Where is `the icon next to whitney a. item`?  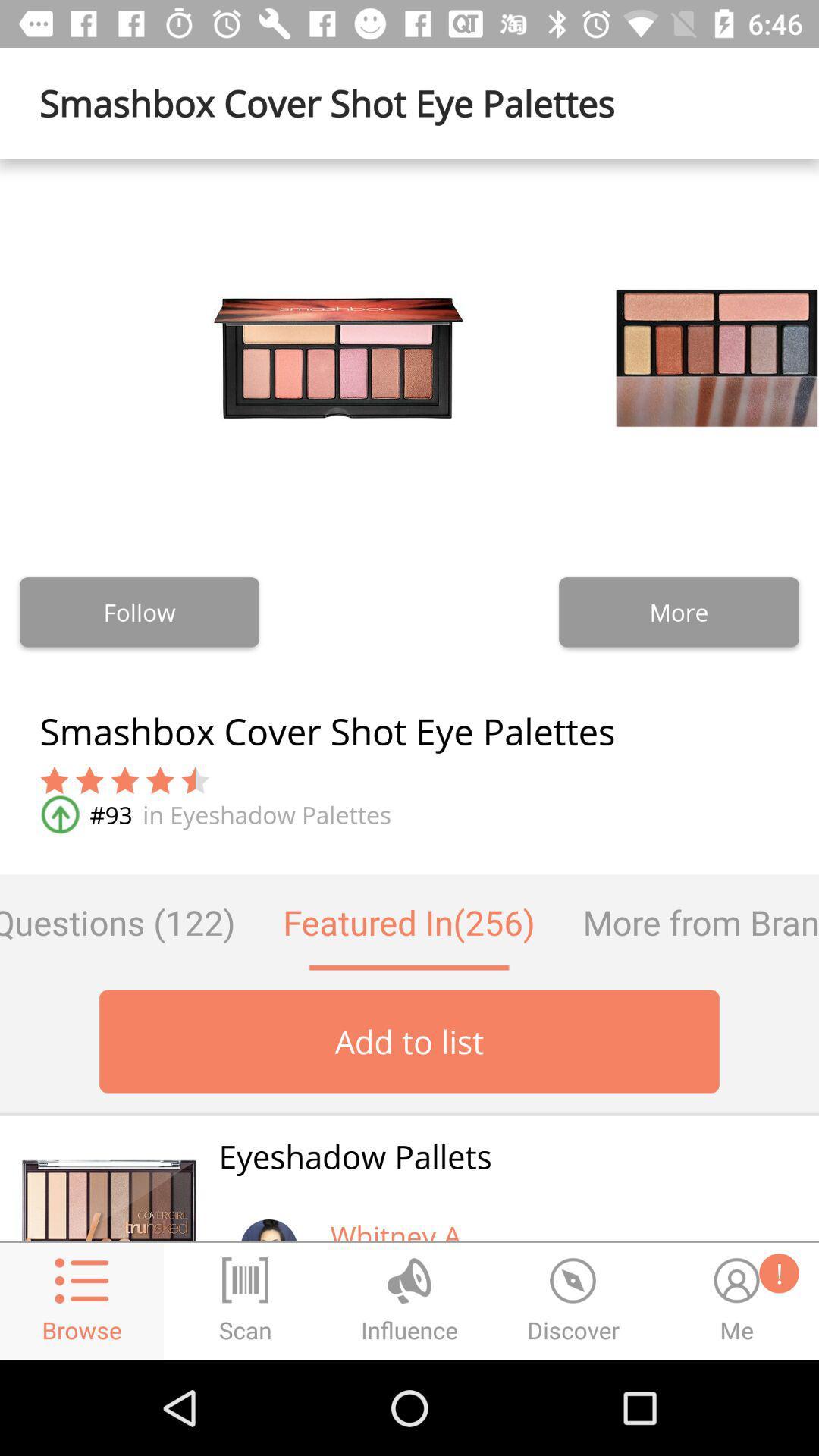
the icon next to whitney a. item is located at coordinates (268, 1219).